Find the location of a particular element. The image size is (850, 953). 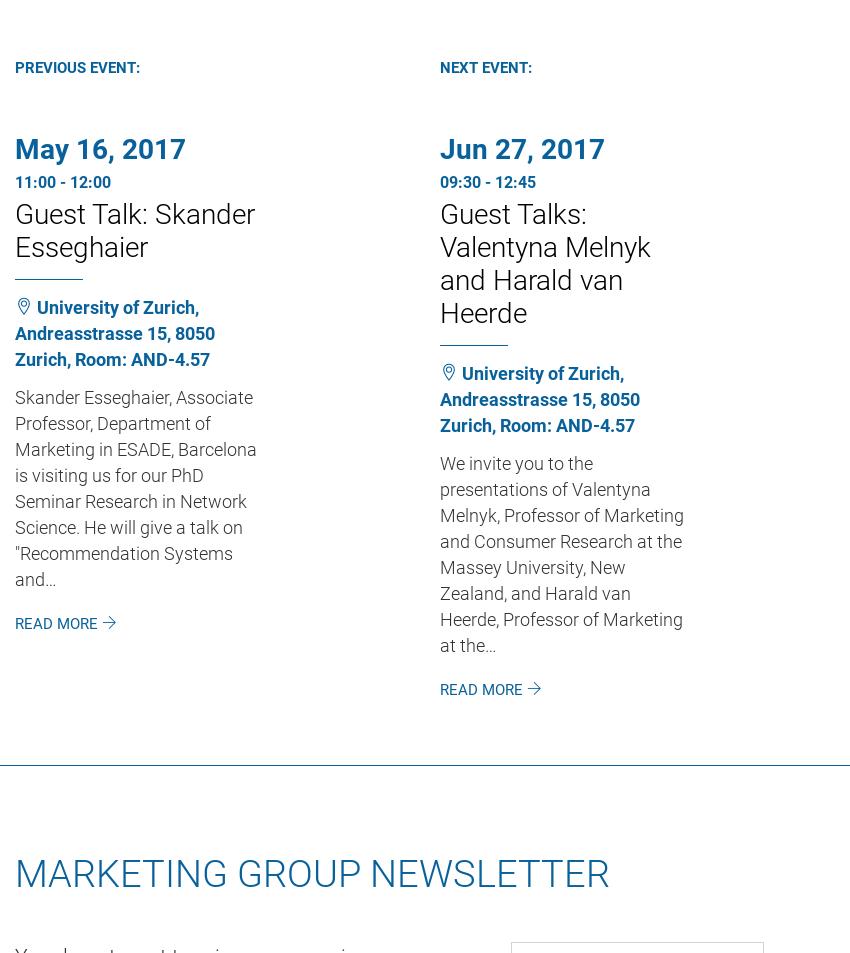

'Next Event:' is located at coordinates (486, 65).